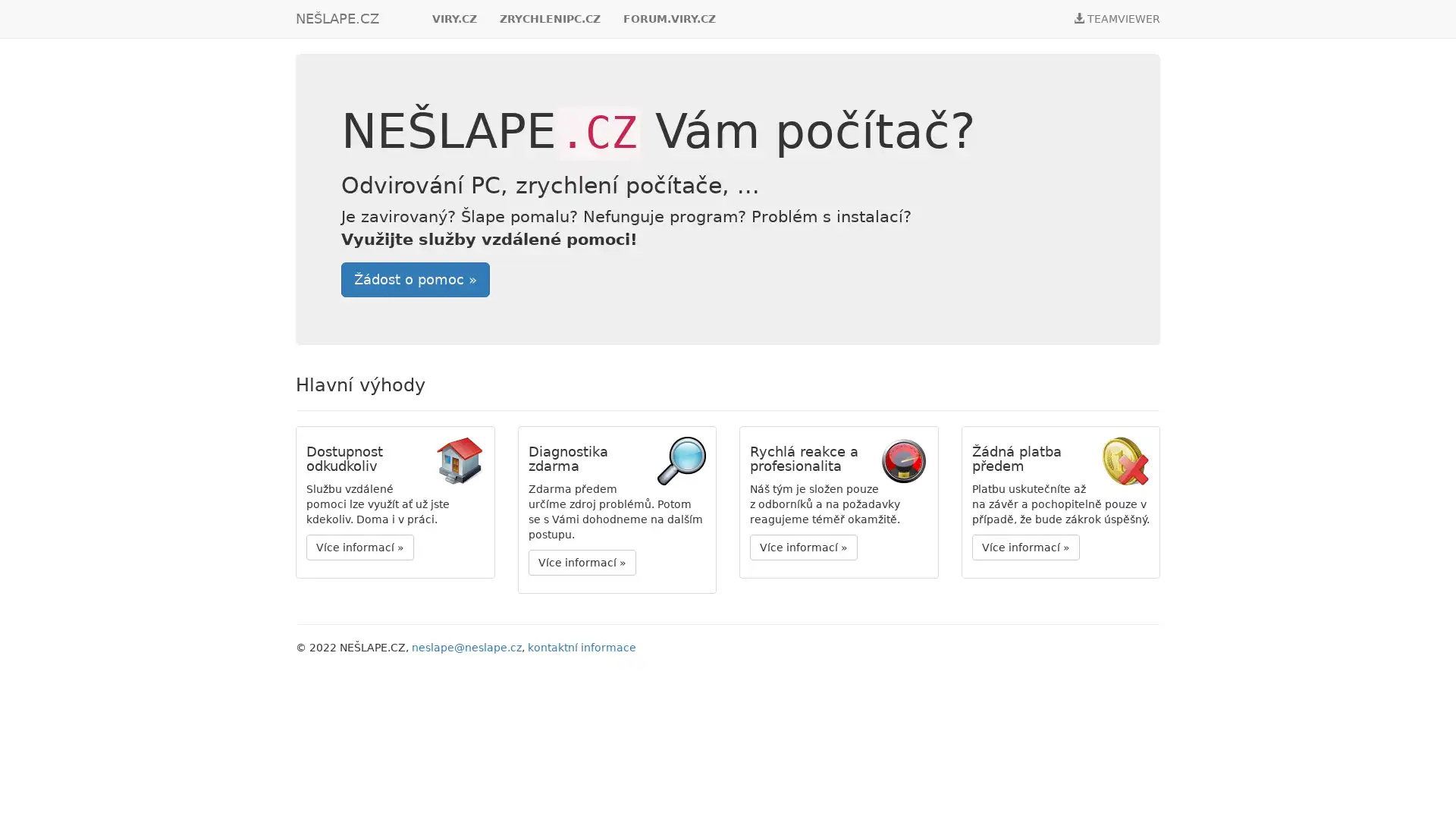 The height and width of the screenshot is (819, 1456). What do you see at coordinates (1025, 547) in the screenshot?
I see `Vice informaci` at bounding box center [1025, 547].